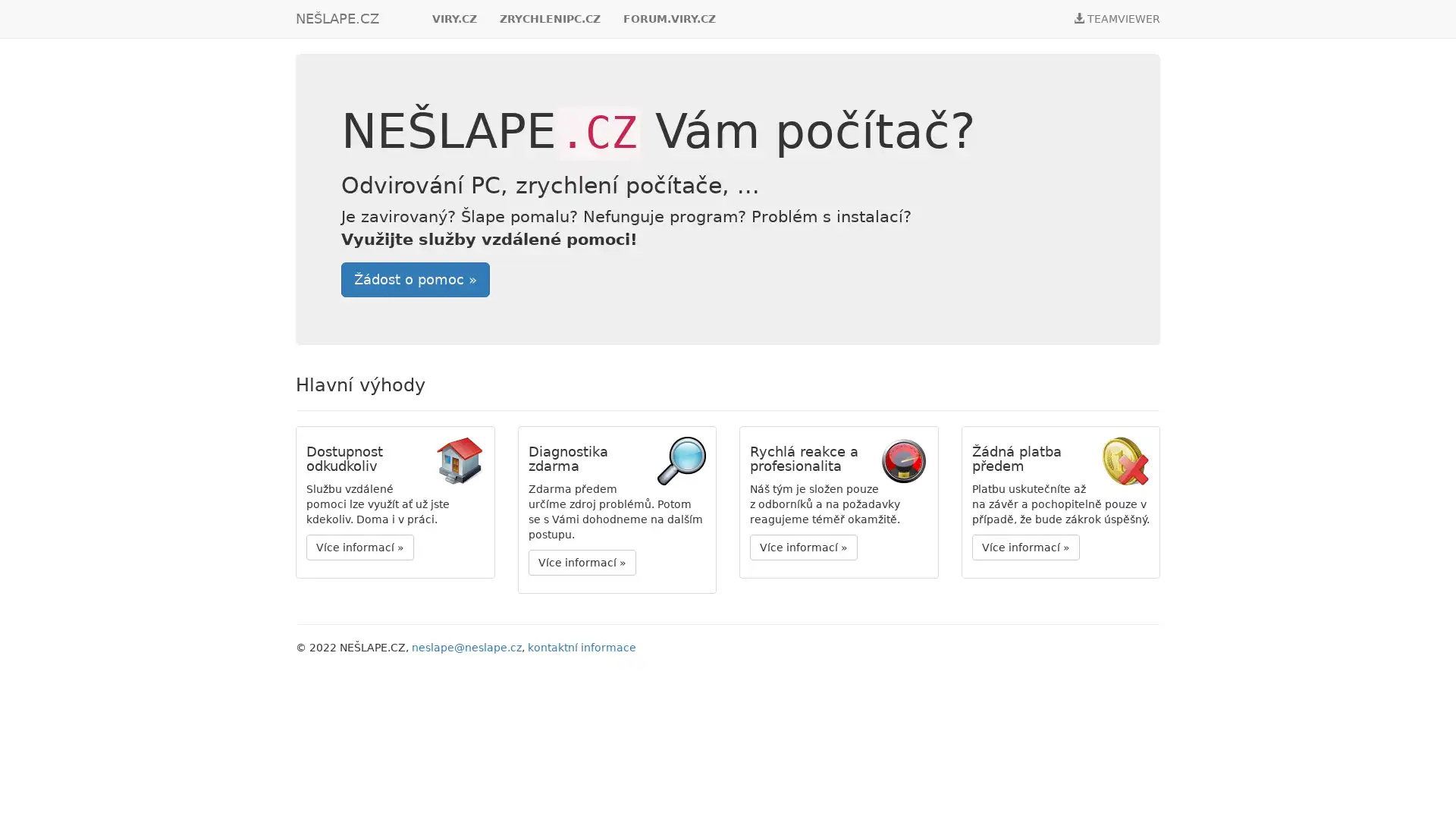 The height and width of the screenshot is (819, 1456). What do you see at coordinates (1025, 547) in the screenshot?
I see `Vice informaci` at bounding box center [1025, 547].